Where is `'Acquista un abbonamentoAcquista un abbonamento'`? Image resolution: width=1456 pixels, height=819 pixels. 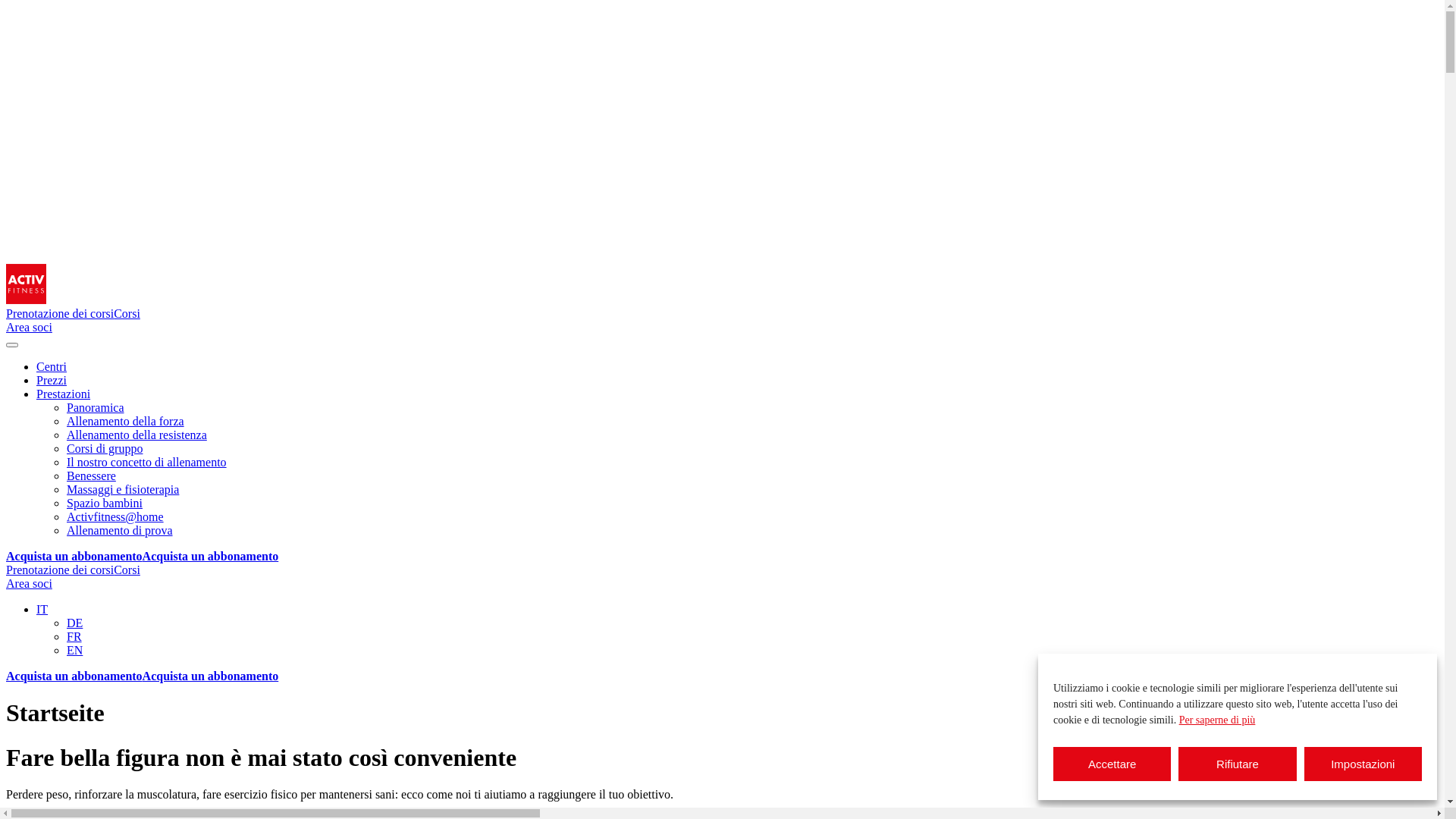
'Acquista un abbonamentoAcquista un abbonamento' is located at coordinates (142, 675).